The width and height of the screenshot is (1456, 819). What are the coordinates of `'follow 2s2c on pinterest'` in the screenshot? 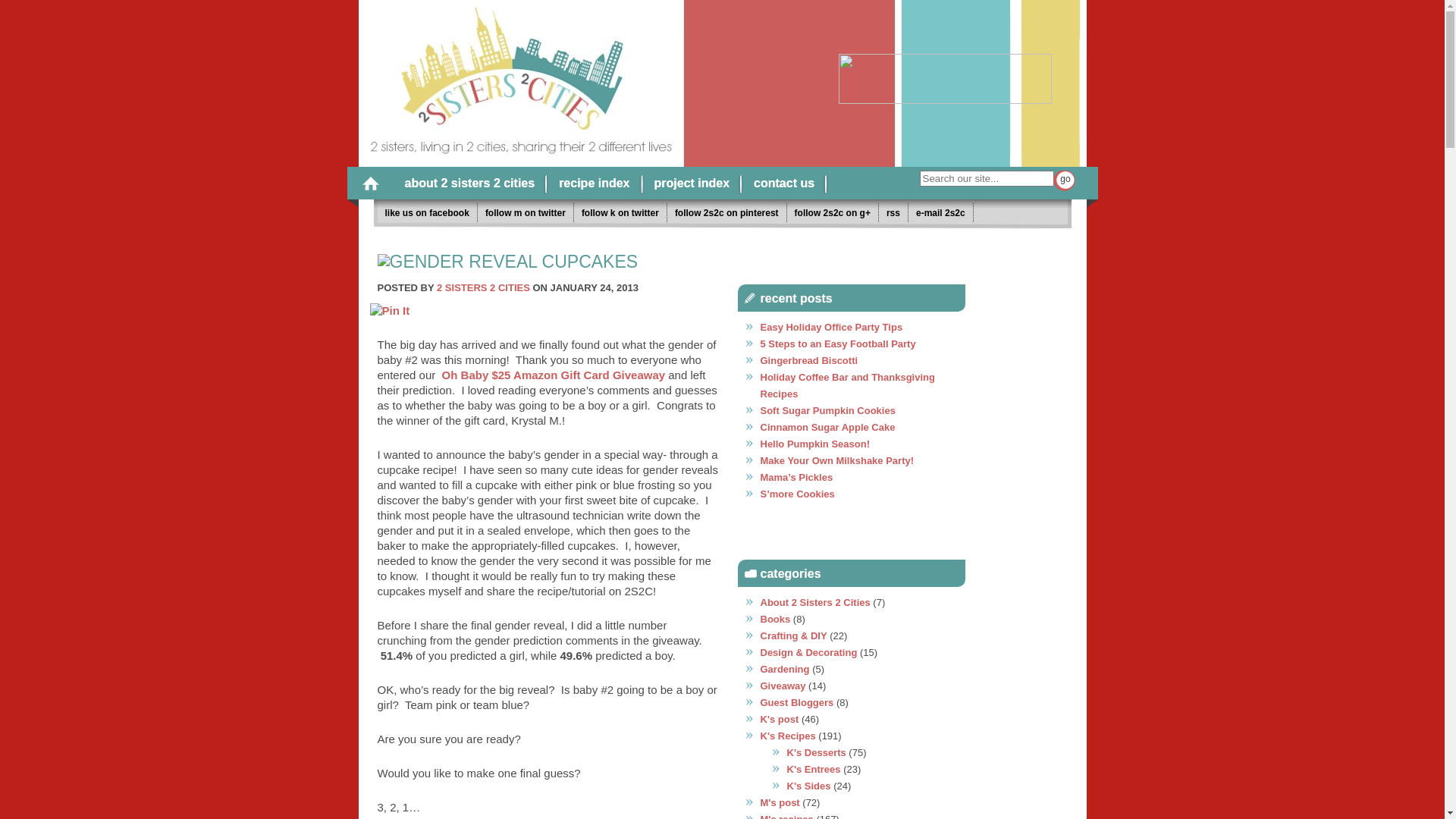 It's located at (726, 212).